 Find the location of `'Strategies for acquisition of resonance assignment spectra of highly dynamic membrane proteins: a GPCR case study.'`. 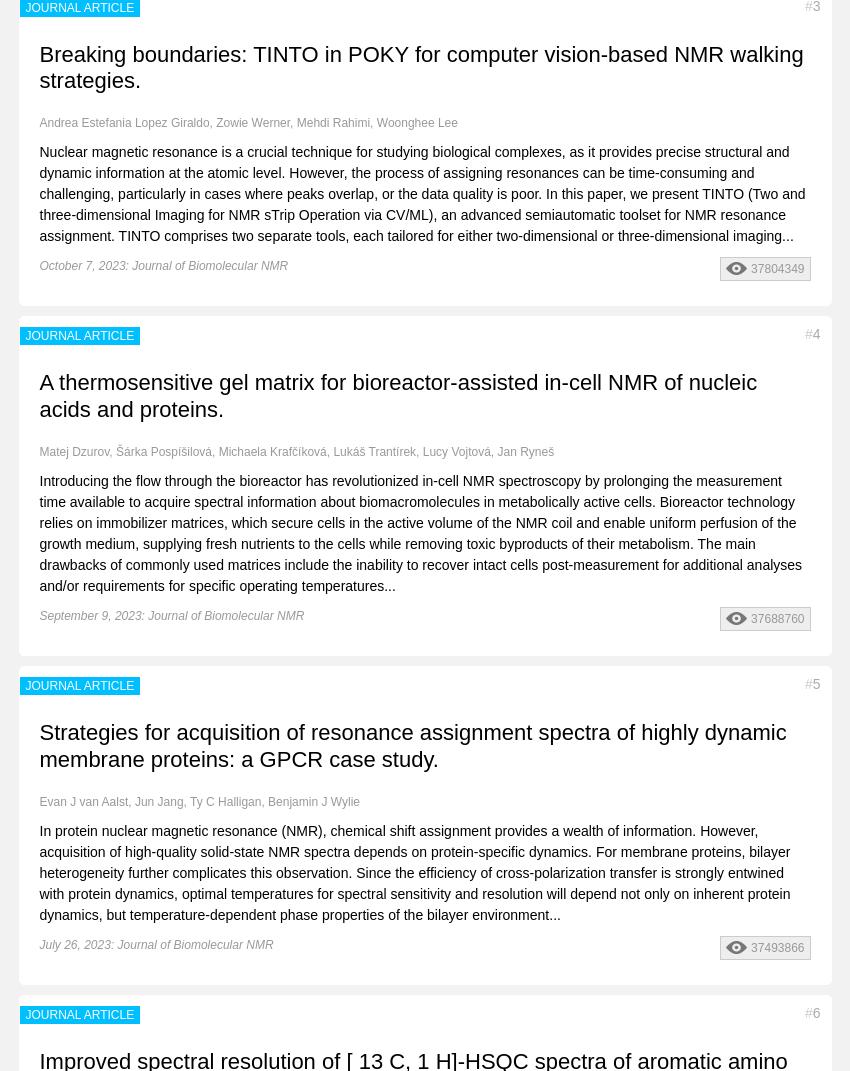

'Strategies for acquisition of resonance assignment spectra of highly dynamic membrane proteins: a GPCR case study.' is located at coordinates (412, 745).